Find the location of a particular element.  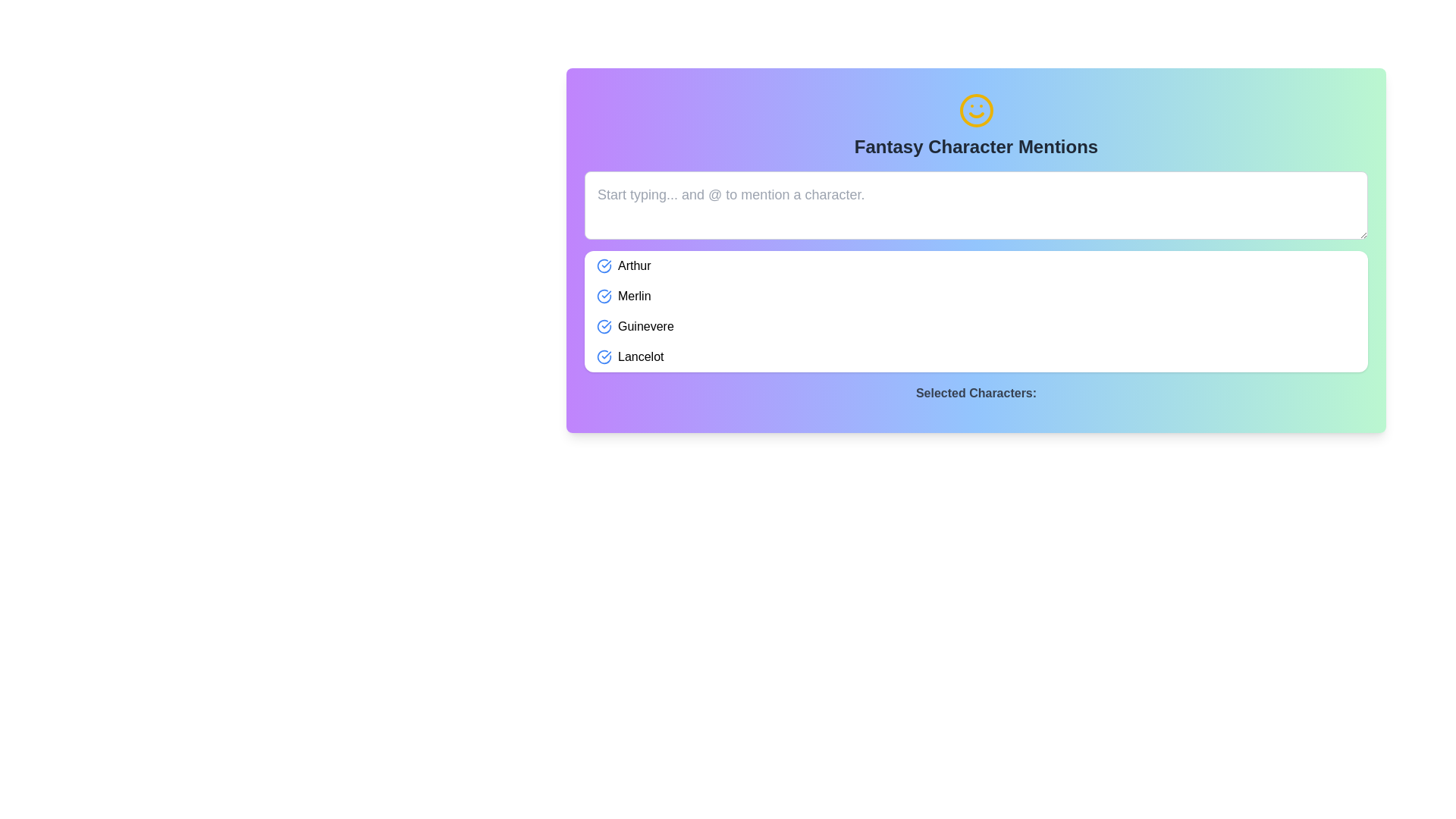

the checkmark icon graphic indicating a selected state for the list item 'Arthur' in the dropdown menu is located at coordinates (603, 265).